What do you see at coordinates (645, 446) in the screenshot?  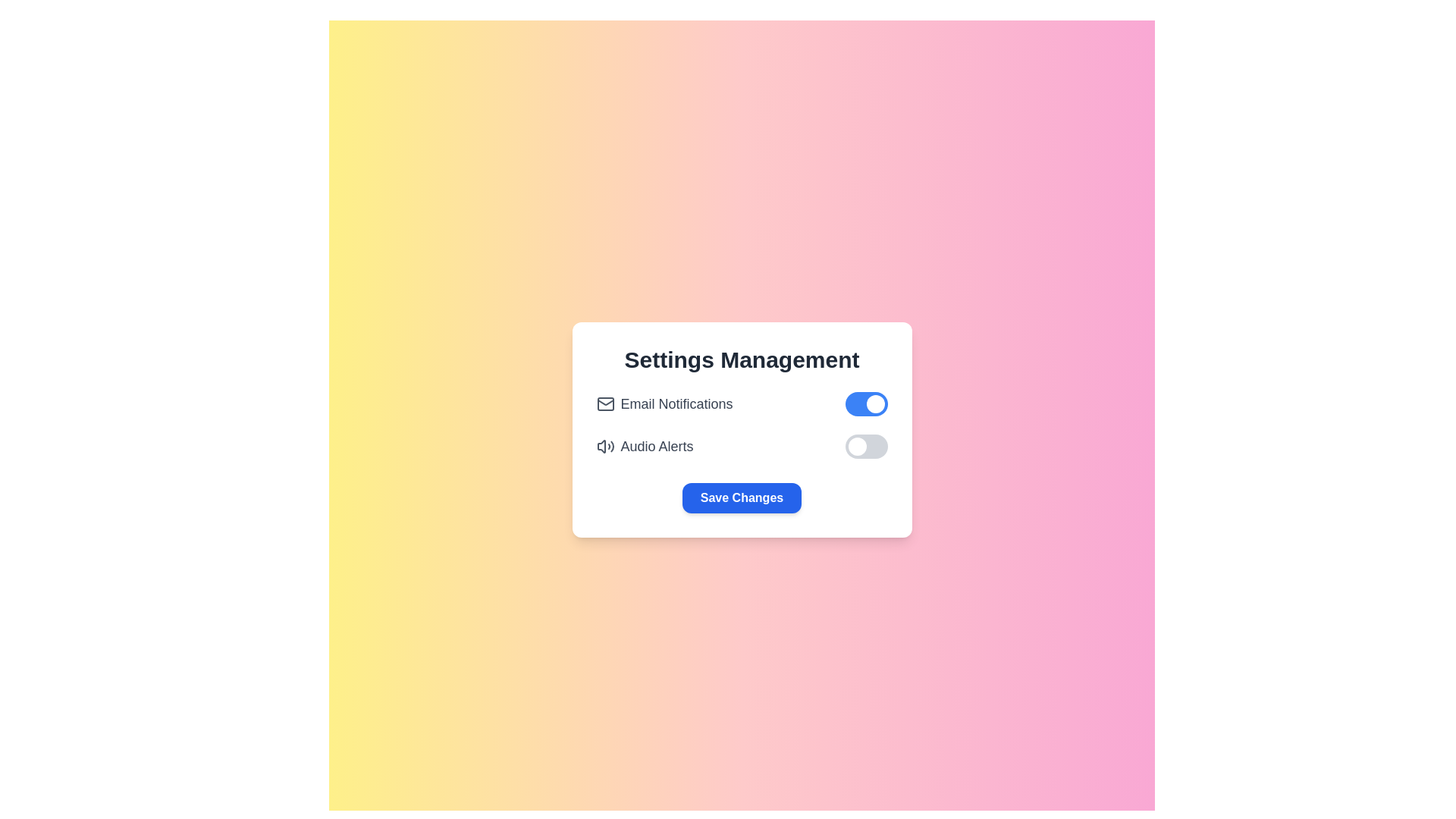 I see `the 'Audio Alerts' label with a speaker icon, which is located under 'Email Notifications' and aligned horizontally with a toggle switch` at bounding box center [645, 446].